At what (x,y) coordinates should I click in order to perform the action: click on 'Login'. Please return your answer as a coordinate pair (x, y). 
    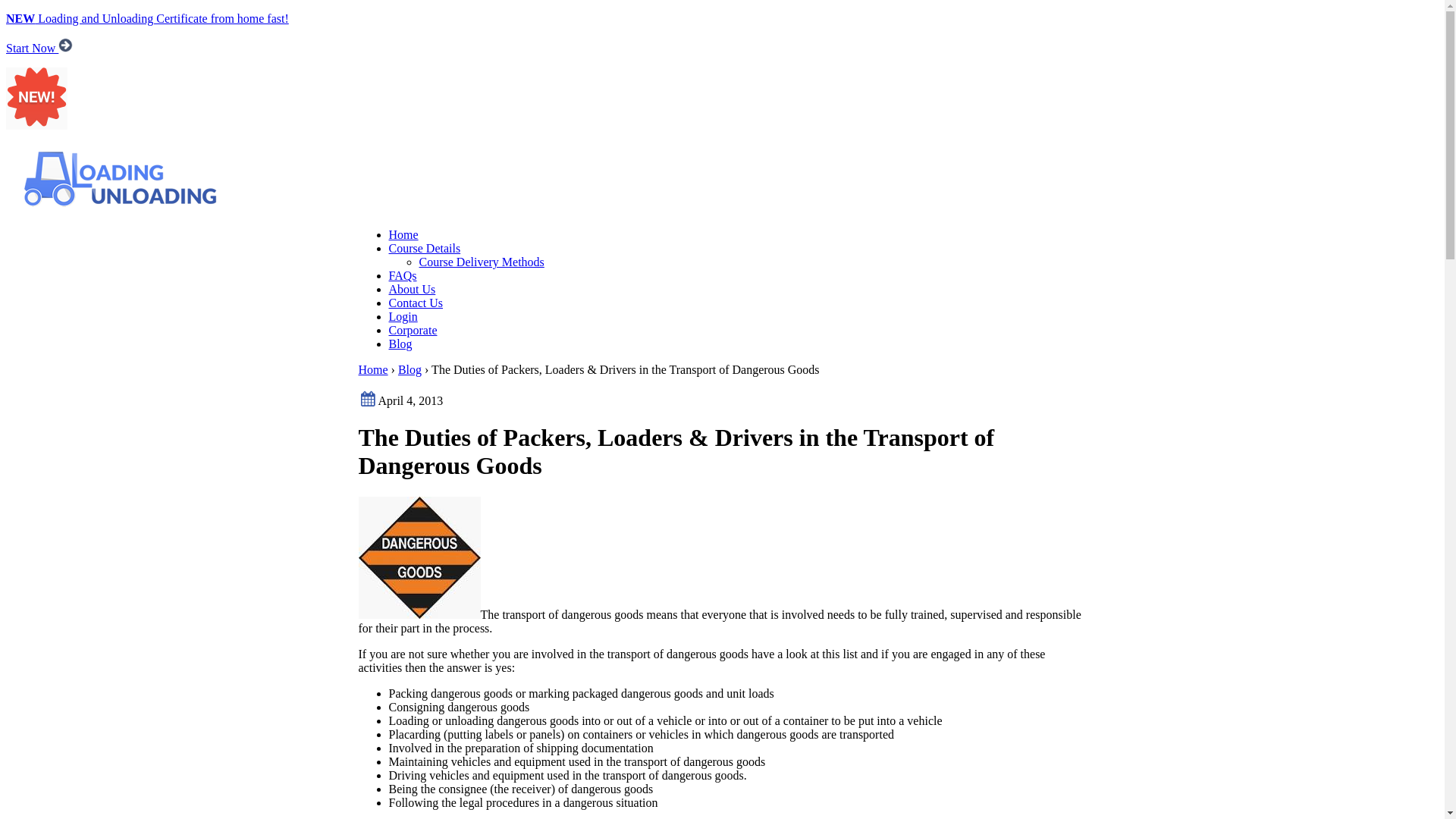
    Looking at the image, I should click on (388, 315).